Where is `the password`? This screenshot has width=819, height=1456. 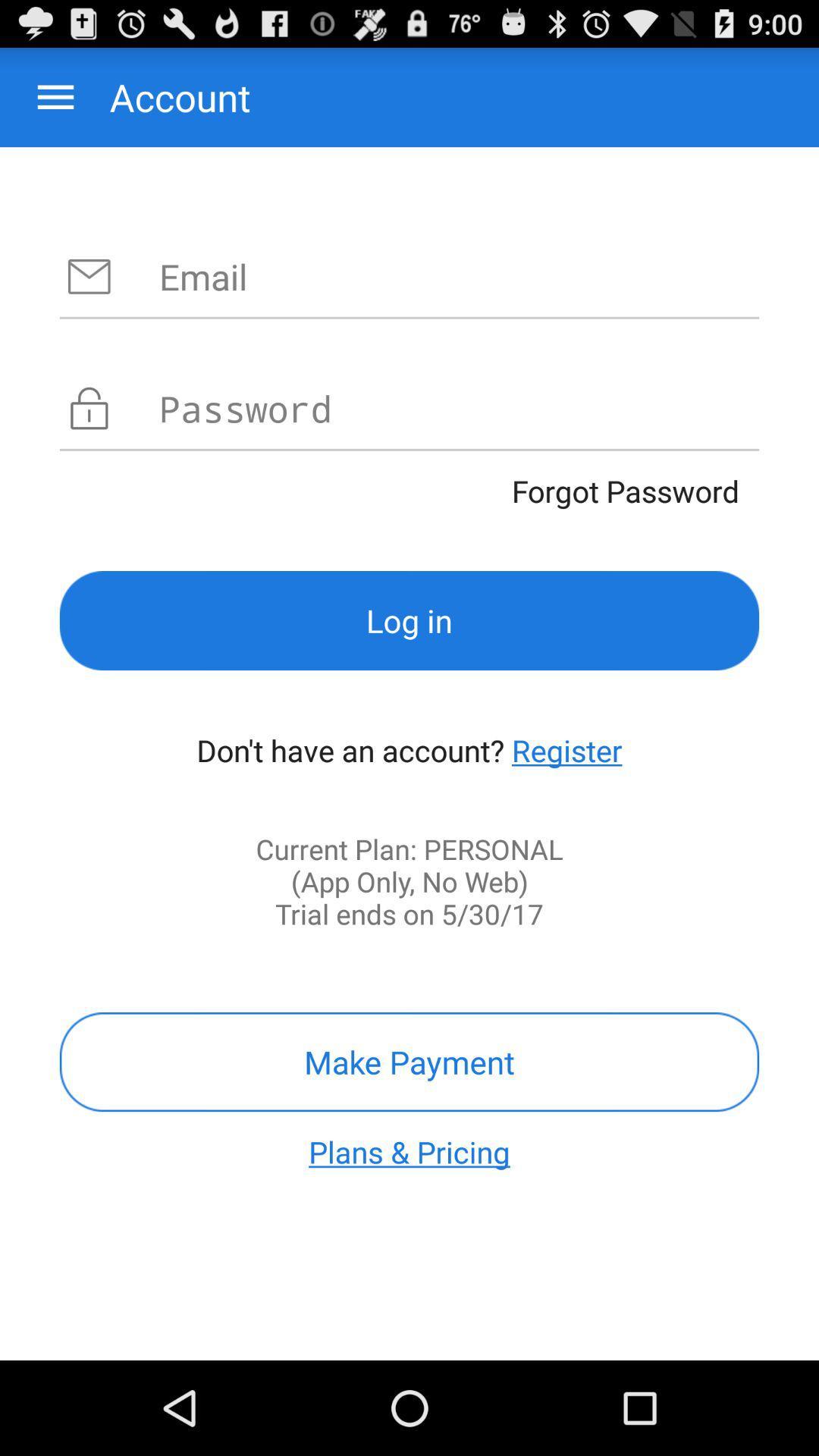 the password is located at coordinates (458, 408).